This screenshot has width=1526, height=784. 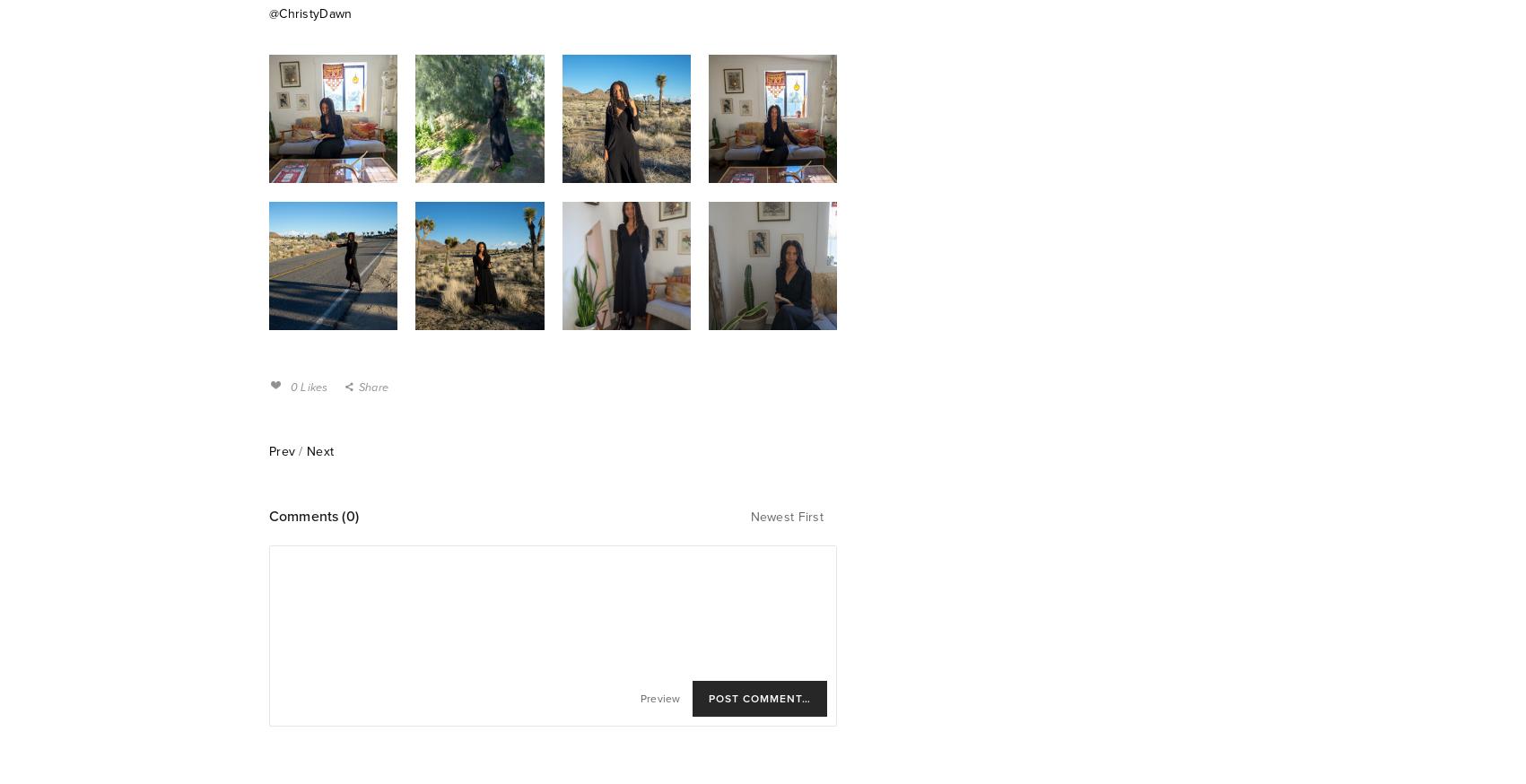 What do you see at coordinates (282, 450) in the screenshot?
I see `'Prev'` at bounding box center [282, 450].